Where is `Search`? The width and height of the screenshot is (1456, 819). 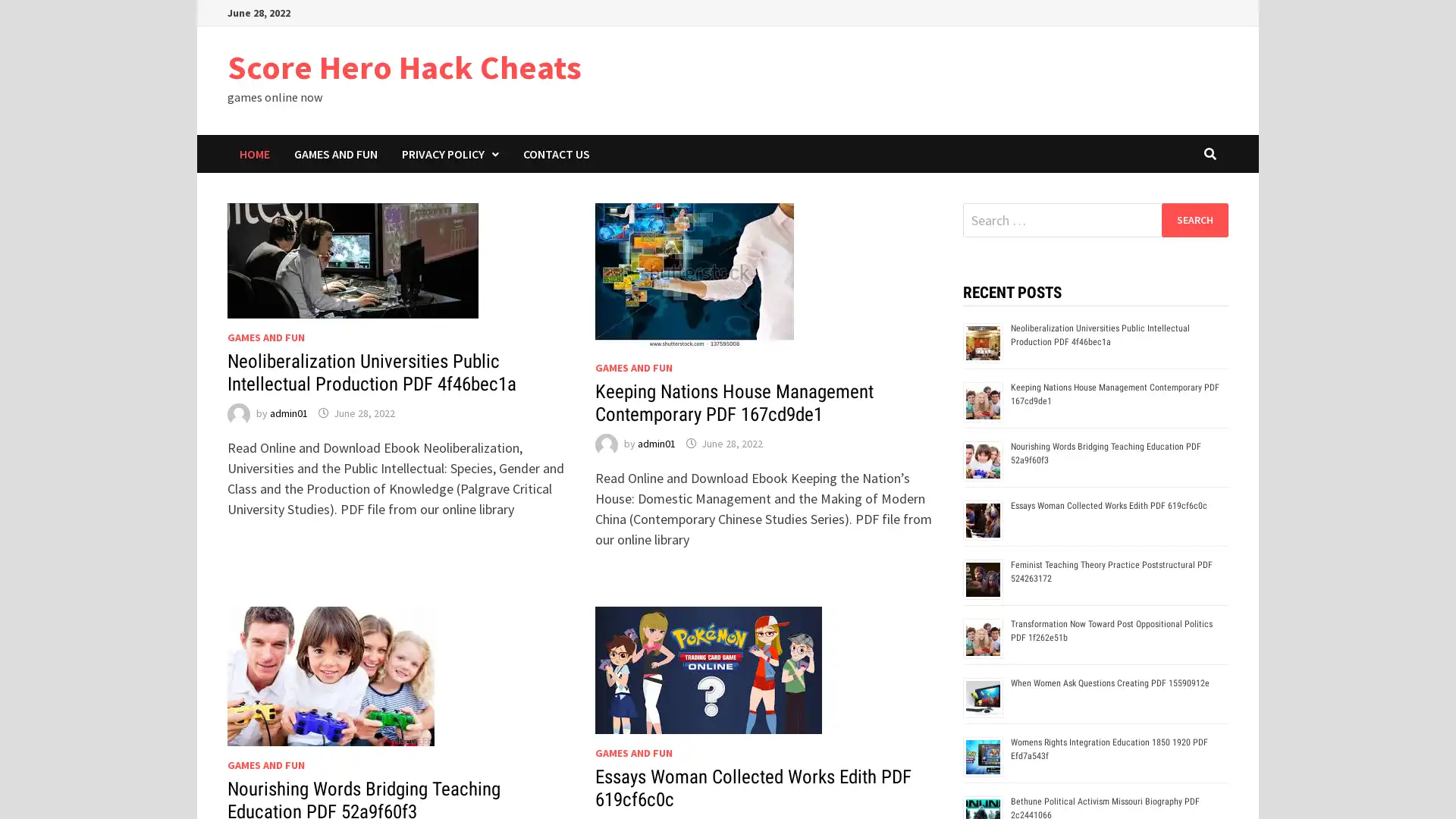 Search is located at coordinates (1194, 219).